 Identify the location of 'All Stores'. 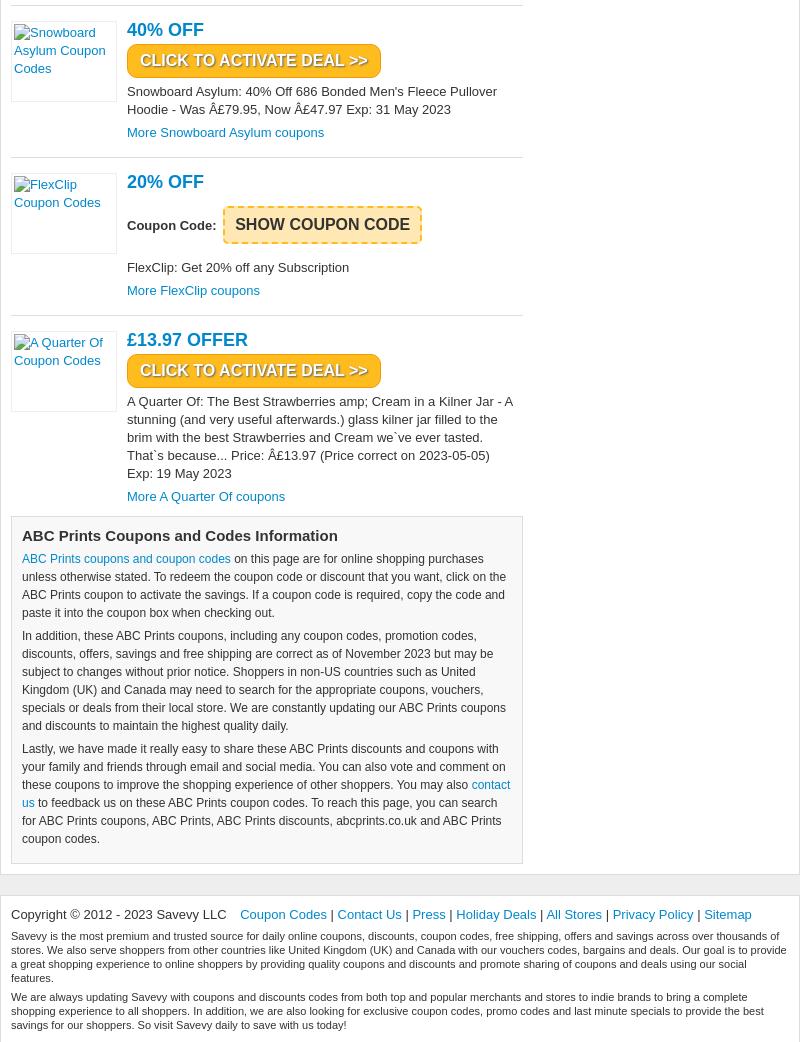
(573, 913).